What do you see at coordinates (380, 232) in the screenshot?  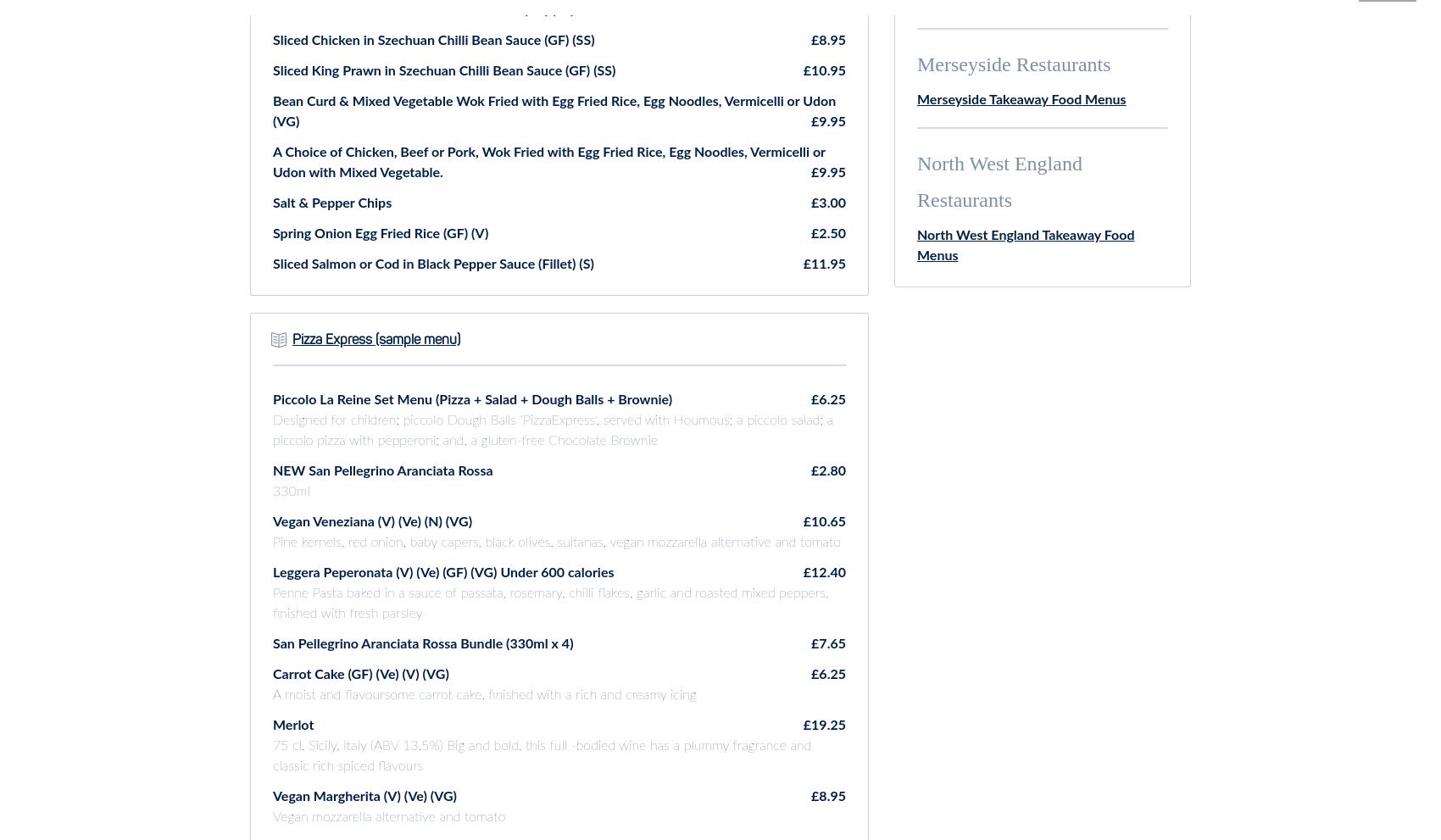 I see `'Spring Onion Egg Fried Rice (GF) (V)'` at bounding box center [380, 232].